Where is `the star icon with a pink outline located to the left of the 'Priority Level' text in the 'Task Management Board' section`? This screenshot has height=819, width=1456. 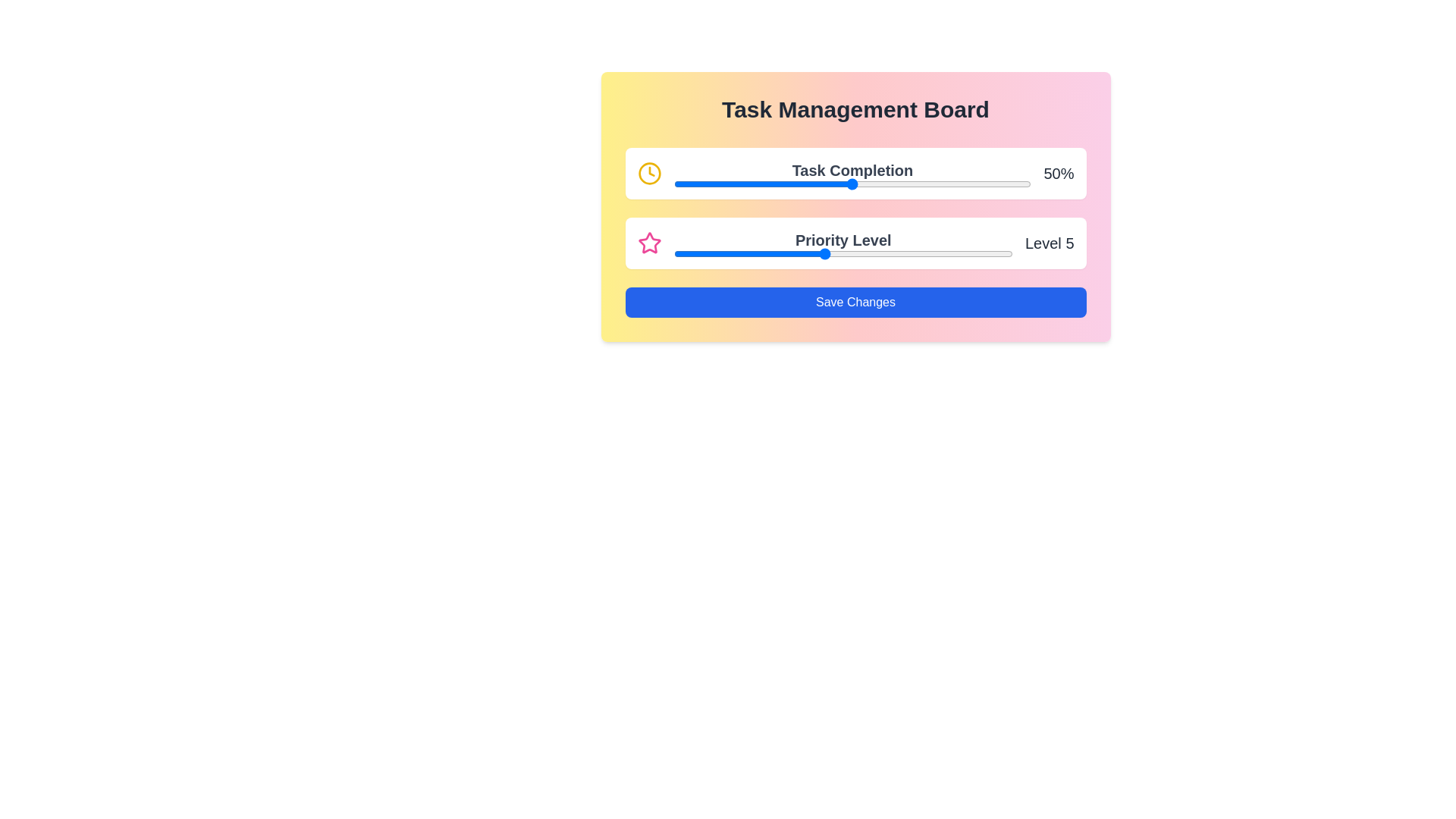
the star icon with a pink outline located to the left of the 'Priority Level' text in the 'Task Management Board' section is located at coordinates (649, 242).